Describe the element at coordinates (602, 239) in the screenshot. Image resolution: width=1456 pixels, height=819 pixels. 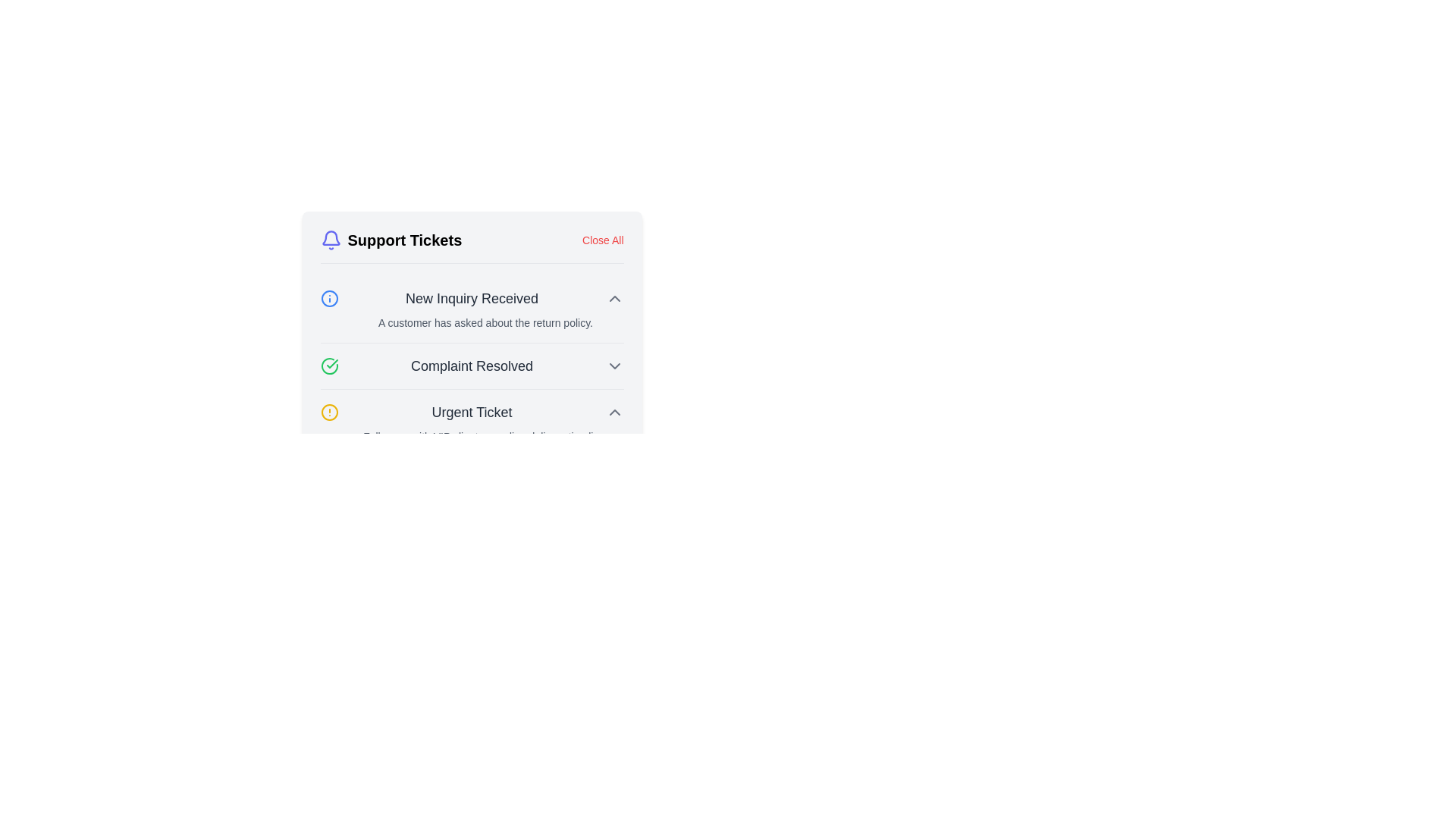
I see `the interactive text link in the top-right corner of the 'Support Tickets' header to underline it` at that location.